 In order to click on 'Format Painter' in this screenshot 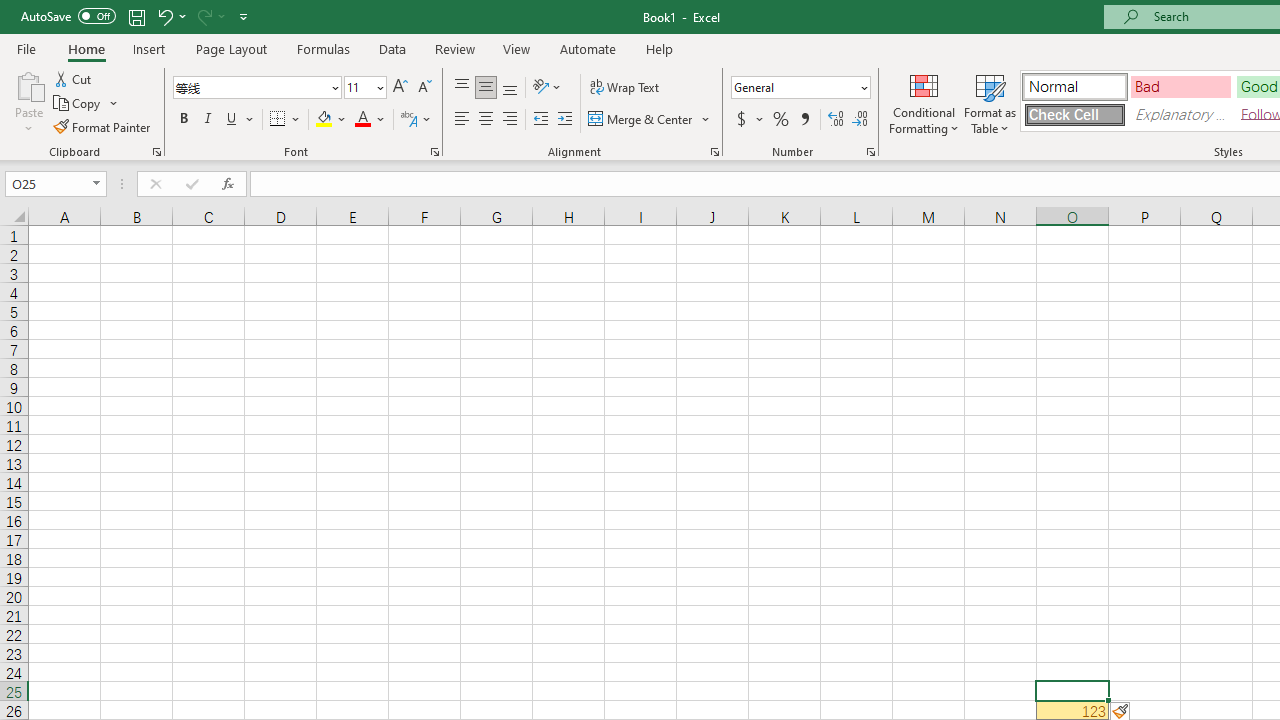, I will do `click(102, 127)`.